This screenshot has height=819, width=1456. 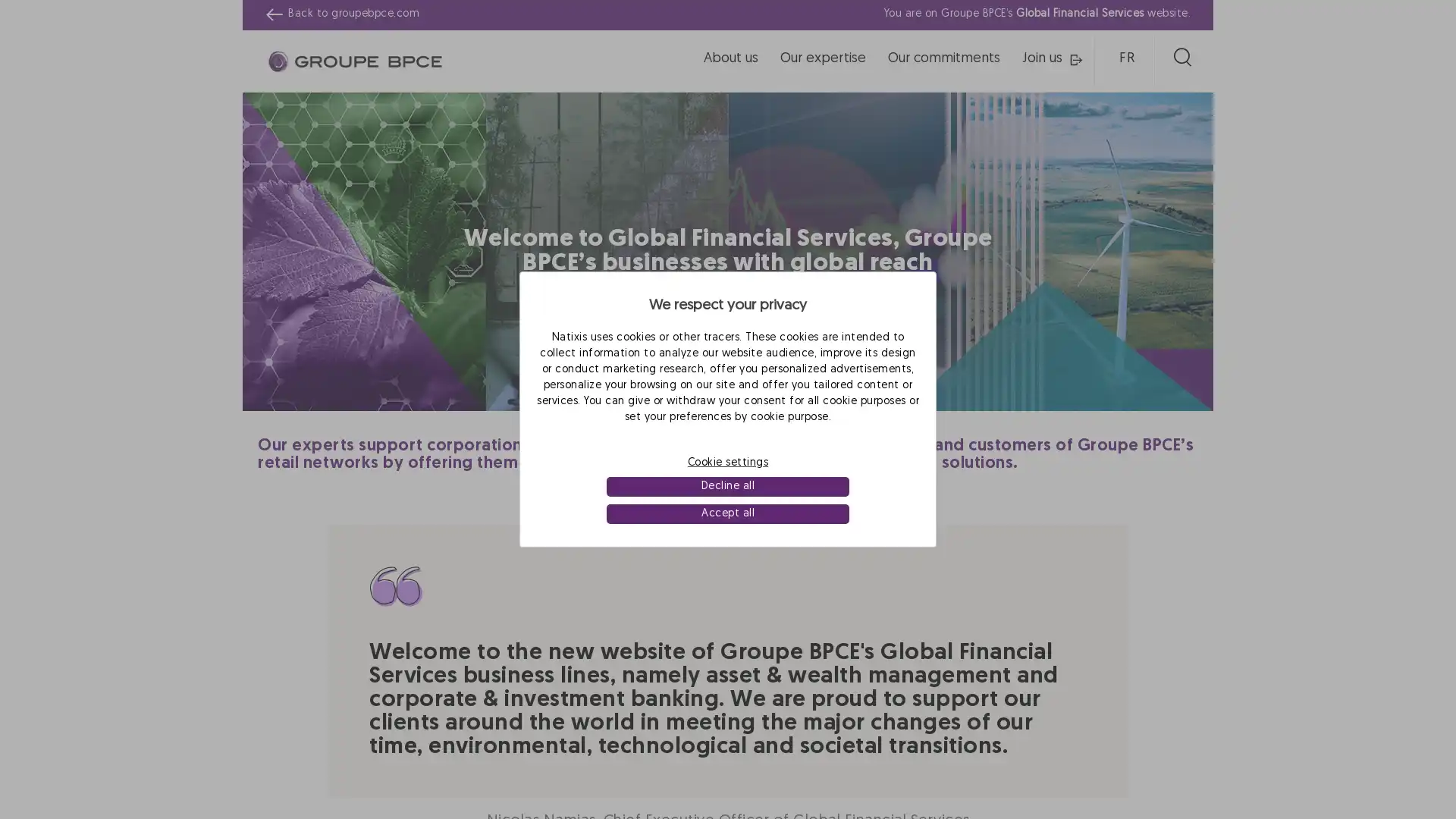 I want to click on Accept all, so click(x=726, y=513).